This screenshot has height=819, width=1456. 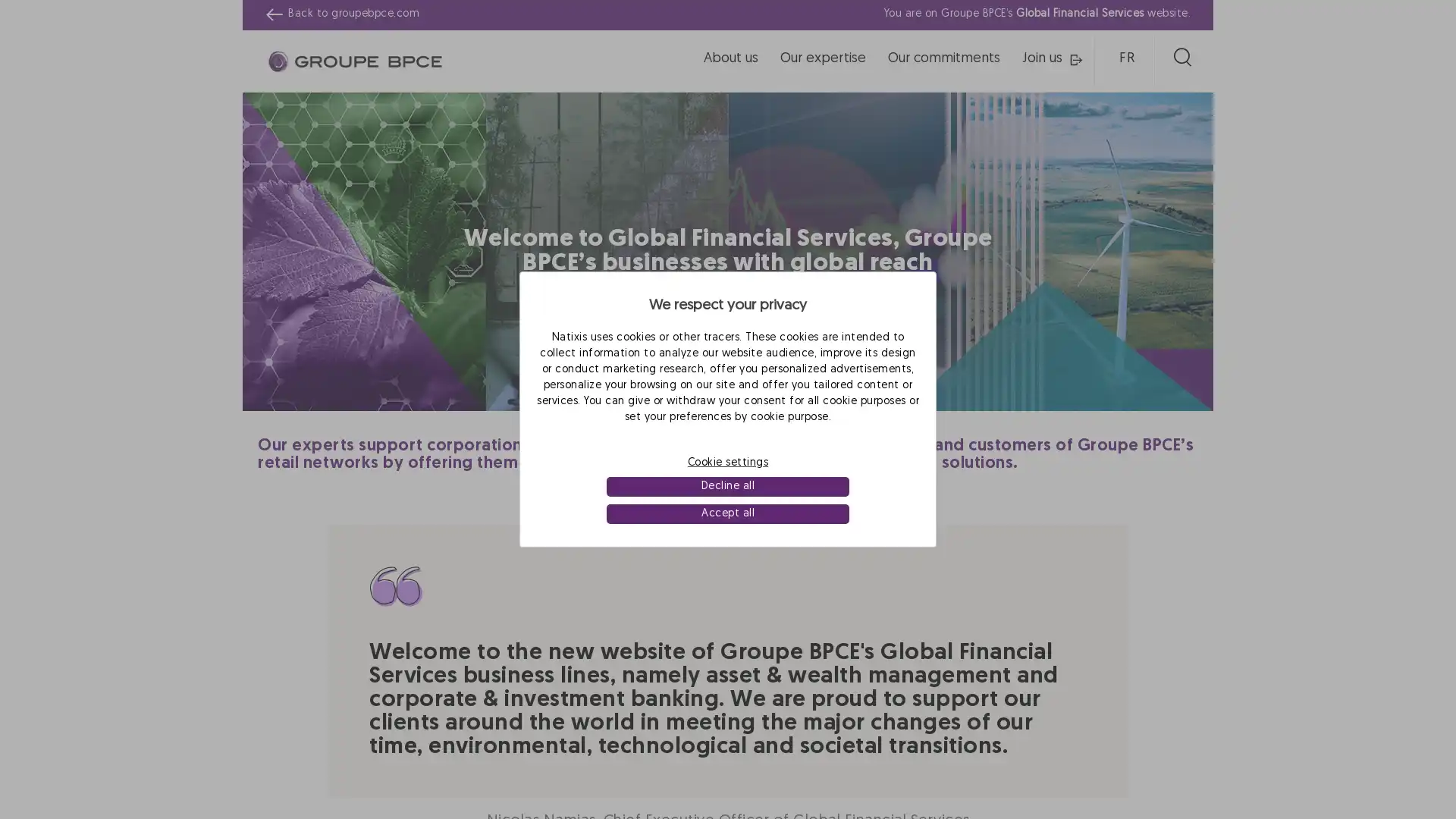 I want to click on Accept all, so click(x=726, y=513).